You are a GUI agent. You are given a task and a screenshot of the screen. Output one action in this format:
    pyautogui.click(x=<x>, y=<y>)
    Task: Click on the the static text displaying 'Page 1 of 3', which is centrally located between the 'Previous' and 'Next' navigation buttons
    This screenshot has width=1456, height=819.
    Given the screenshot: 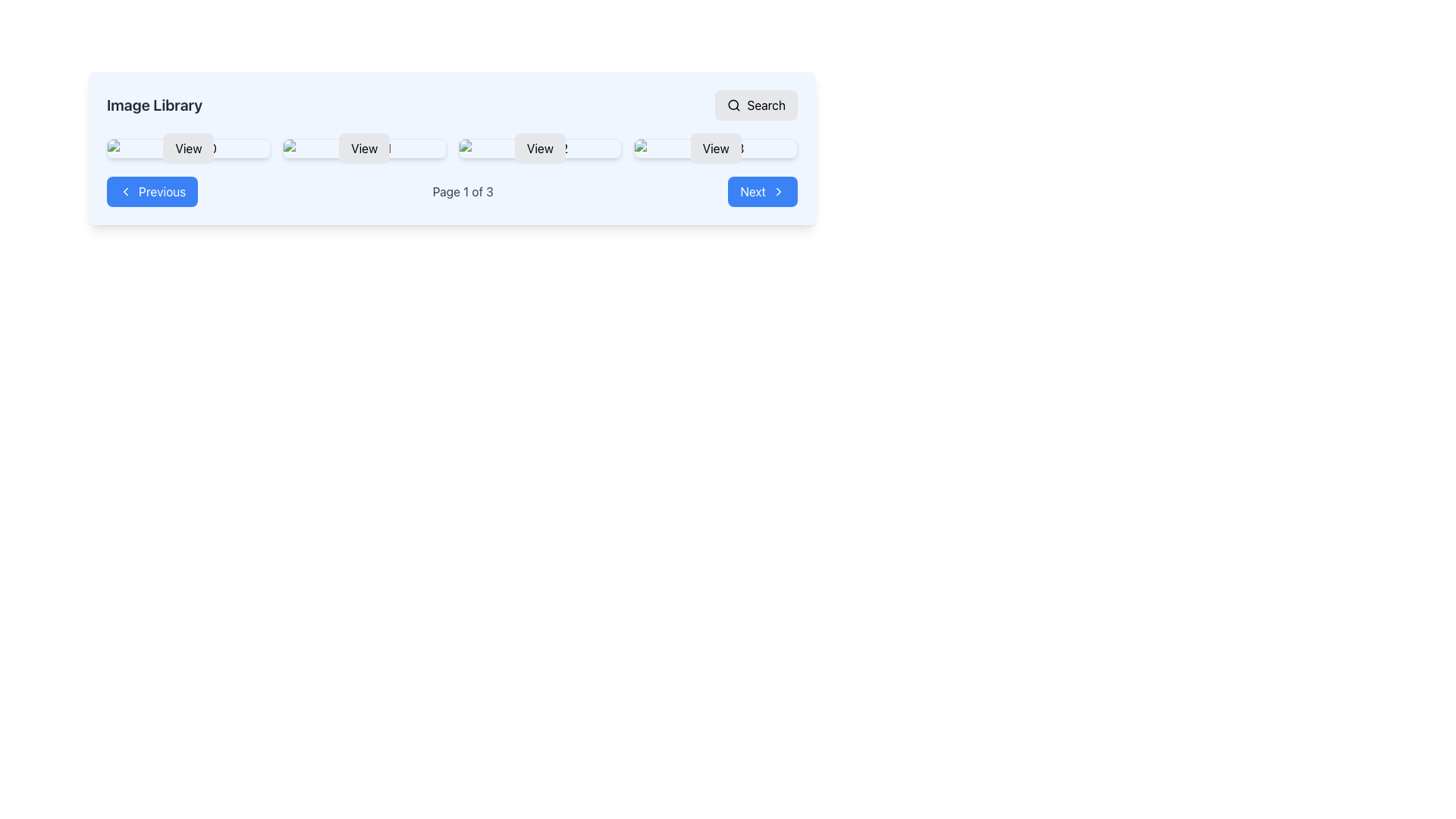 What is the action you would take?
    pyautogui.click(x=462, y=191)
    